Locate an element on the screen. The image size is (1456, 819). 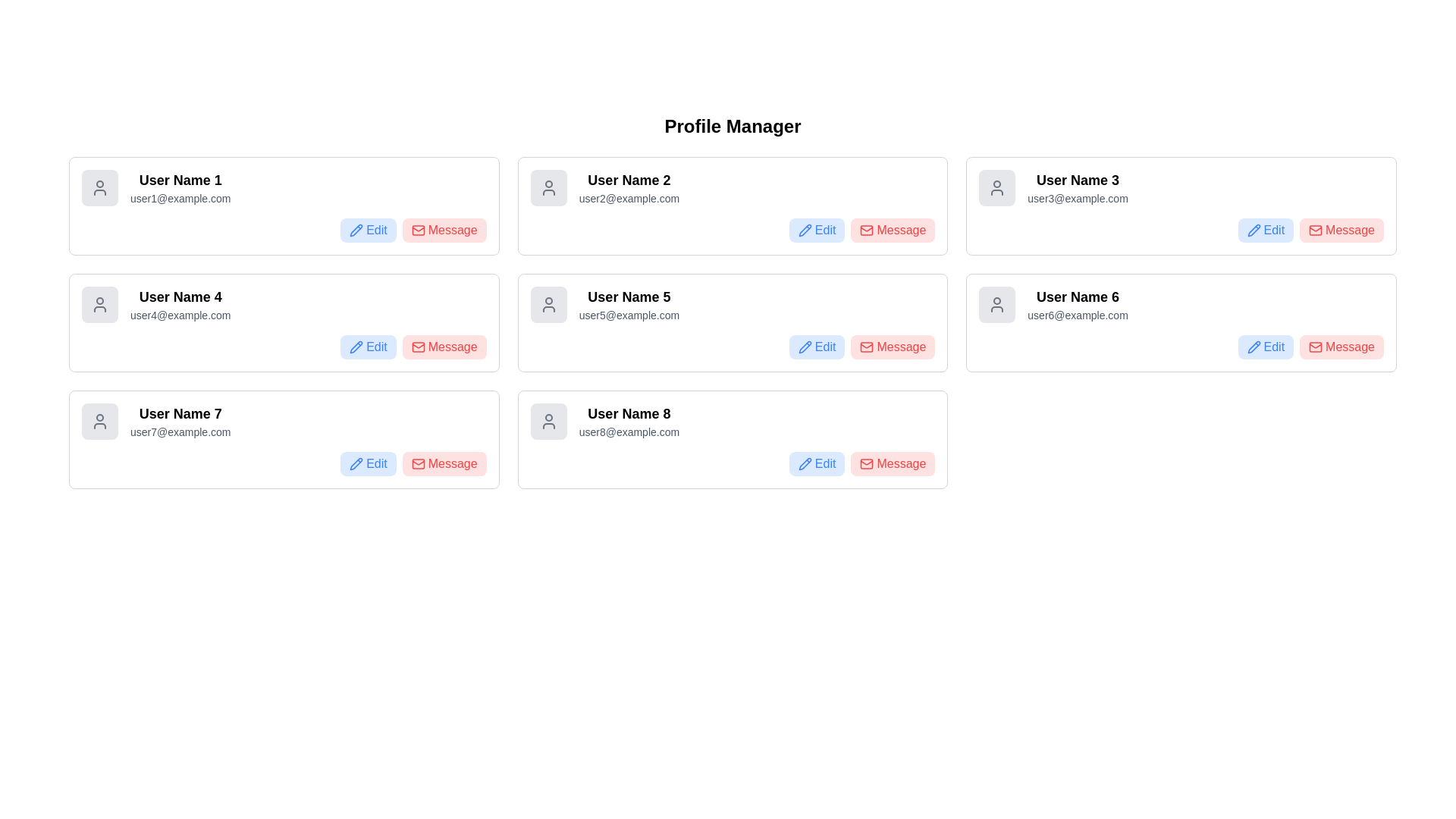
the pencil icon representing the edit functionality within the 'Edit' button of the second user card in the second column is located at coordinates (356, 347).